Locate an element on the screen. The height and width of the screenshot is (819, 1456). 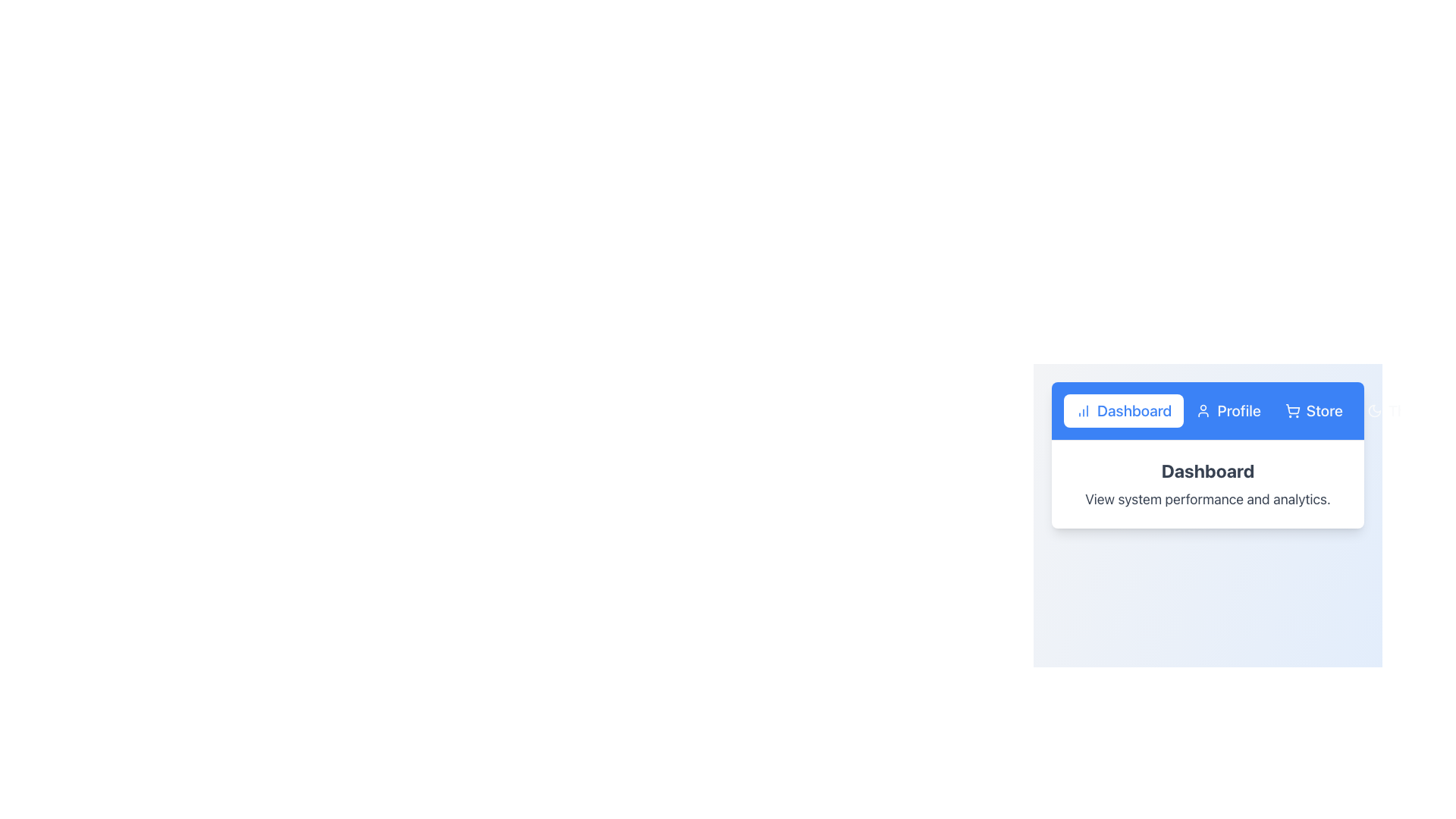
the third navigation button labeled 'Store' in the horizontal navigation bar is located at coordinates (1313, 411).